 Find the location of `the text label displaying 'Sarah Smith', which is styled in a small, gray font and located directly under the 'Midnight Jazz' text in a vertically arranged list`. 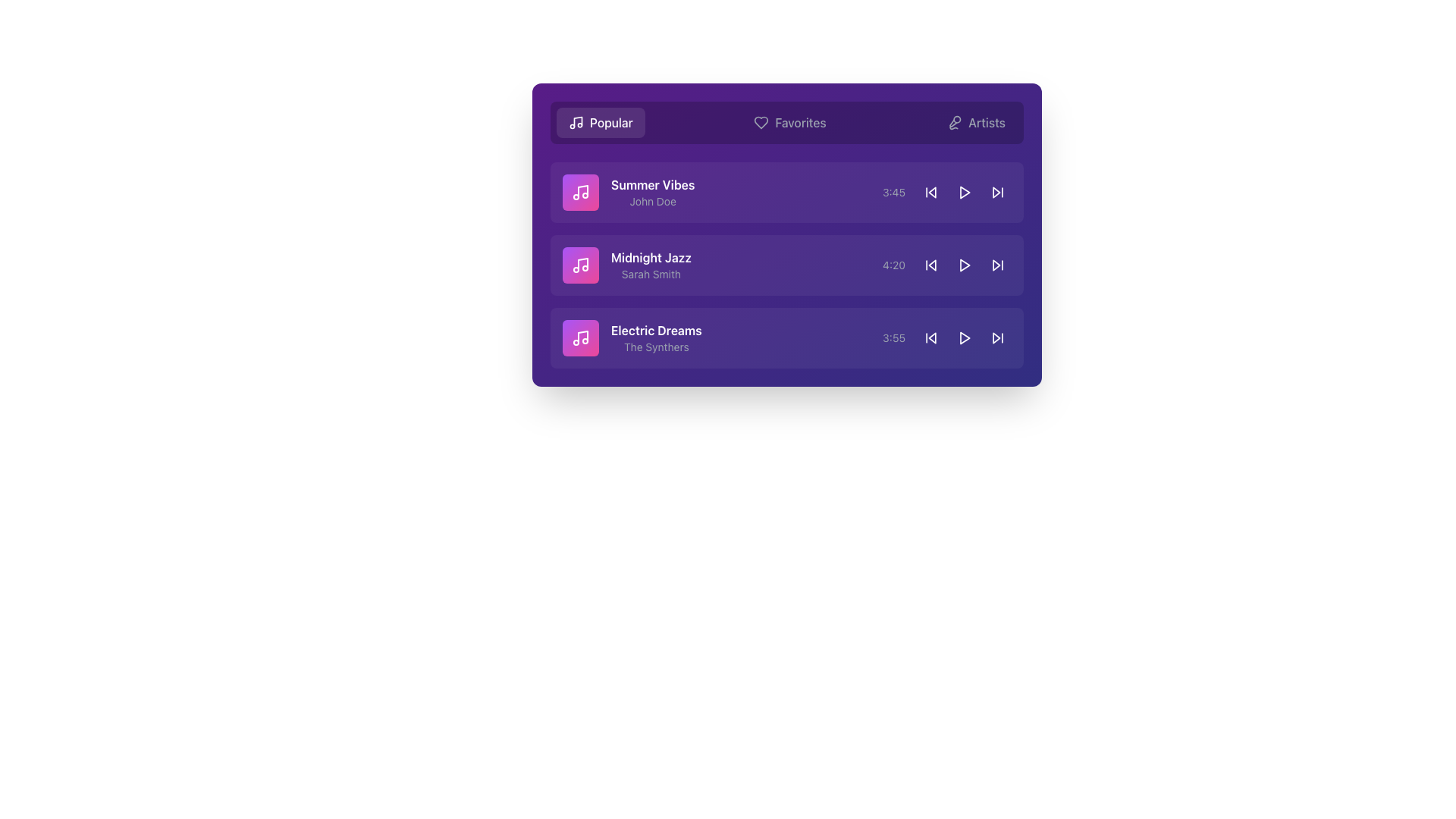

the text label displaying 'Sarah Smith', which is styled in a small, gray font and located directly under the 'Midnight Jazz' text in a vertically arranged list is located at coordinates (651, 275).